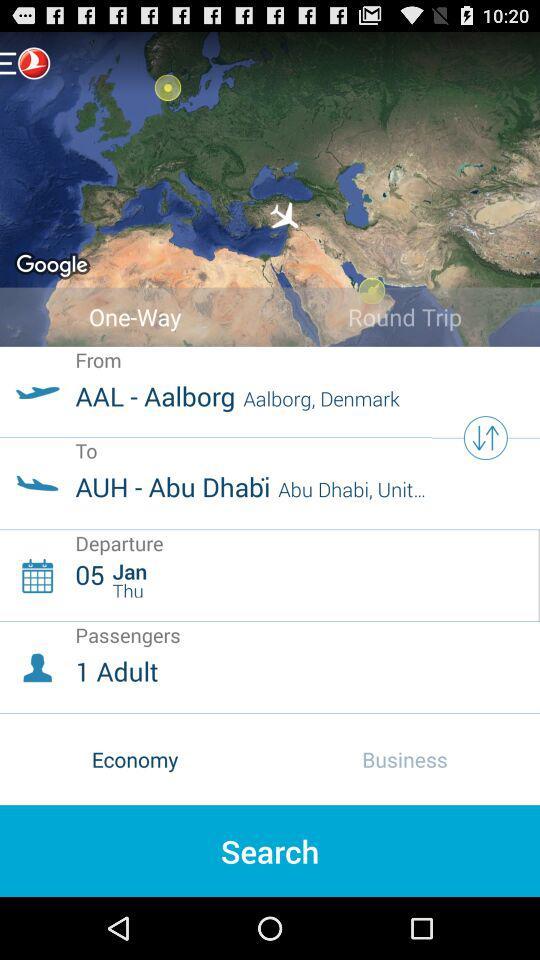 The width and height of the screenshot is (540, 960). Describe the element at coordinates (24, 62) in the screenshot. I see `open menu` at that location.